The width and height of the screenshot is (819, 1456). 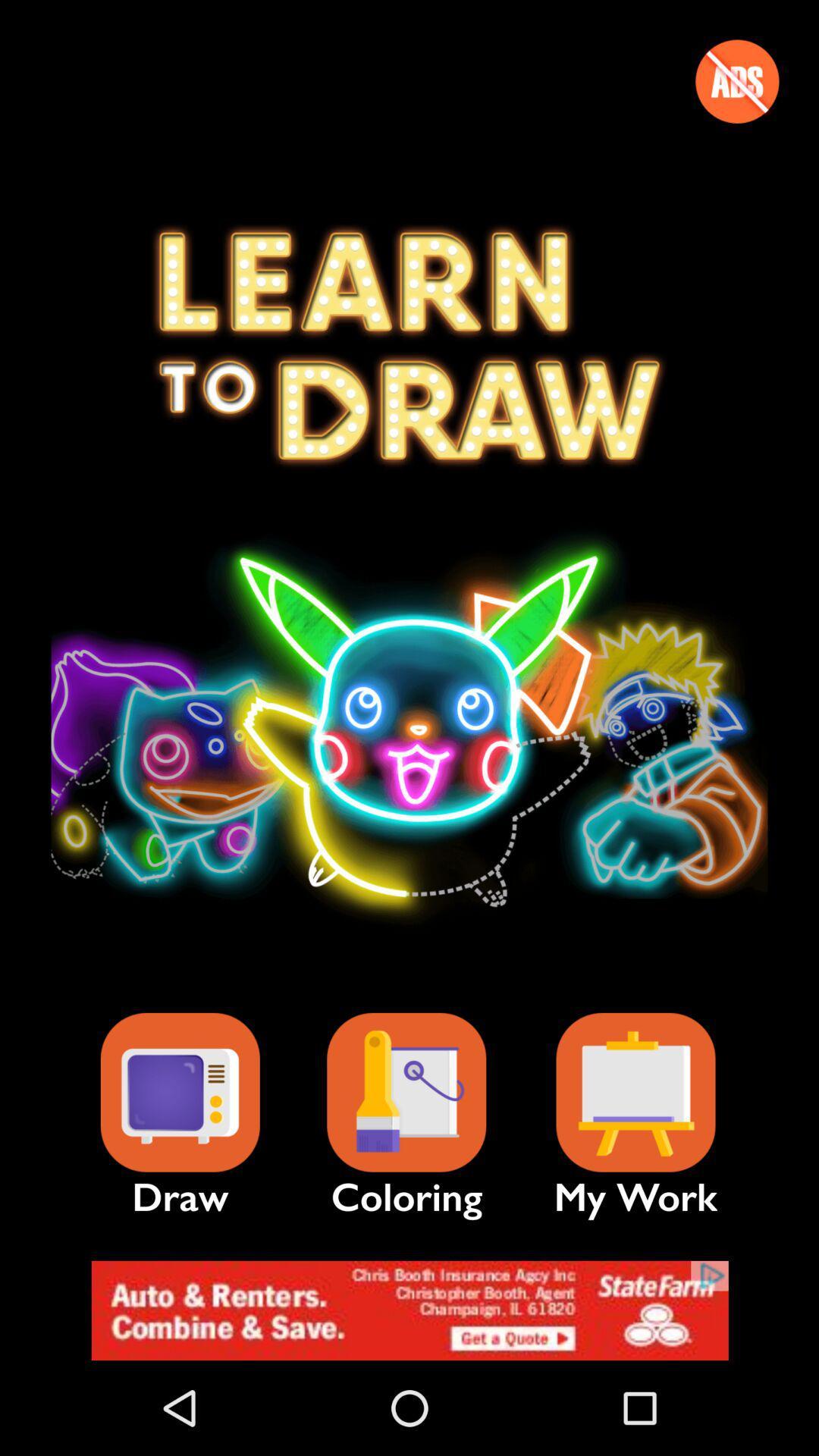 I want to click on my work, so click(x=635, y=1093).